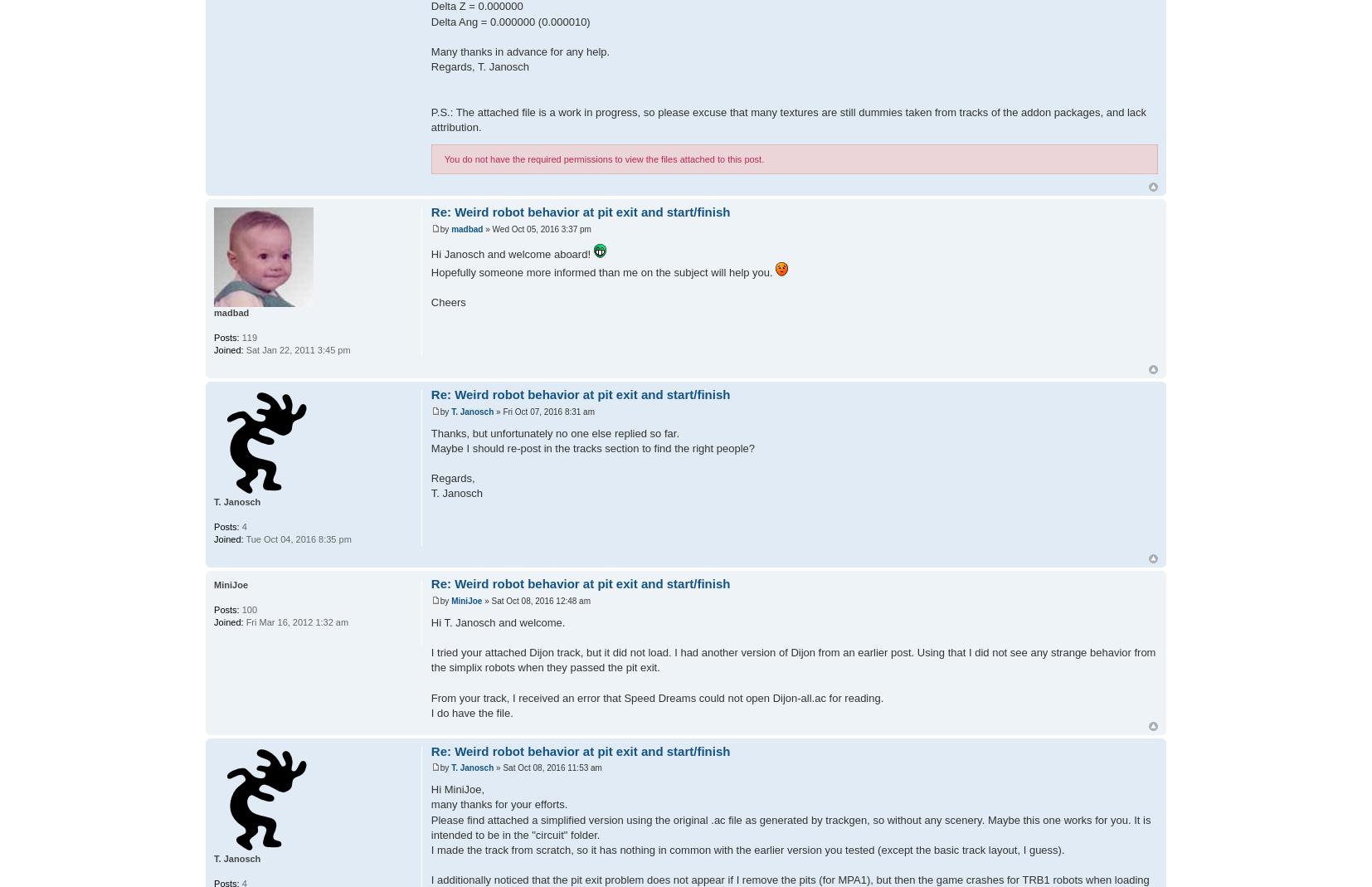 This screenshot has height=887, width=1372. What do you see at coordinates (457, 788) in the screenshot?
I see `'Hi MiniJoe,'` at bounding box center [457, 788].